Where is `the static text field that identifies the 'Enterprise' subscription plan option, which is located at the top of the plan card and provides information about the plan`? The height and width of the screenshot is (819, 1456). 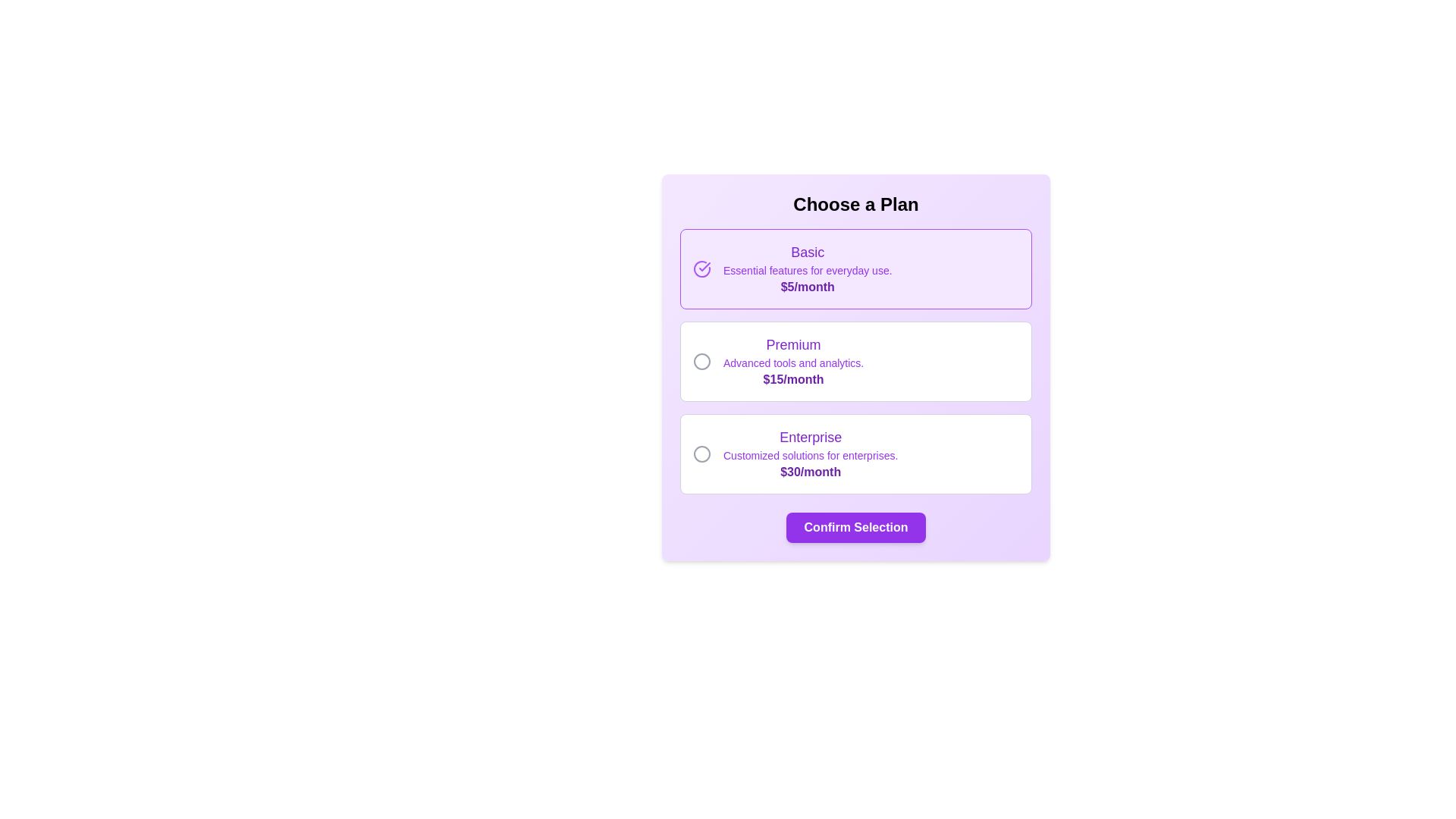
the static text field that identifies the 'Enterprise' subscription plan option, which is located at the top of the plan card and provides information about the plan is located at coordinates (810, 438).